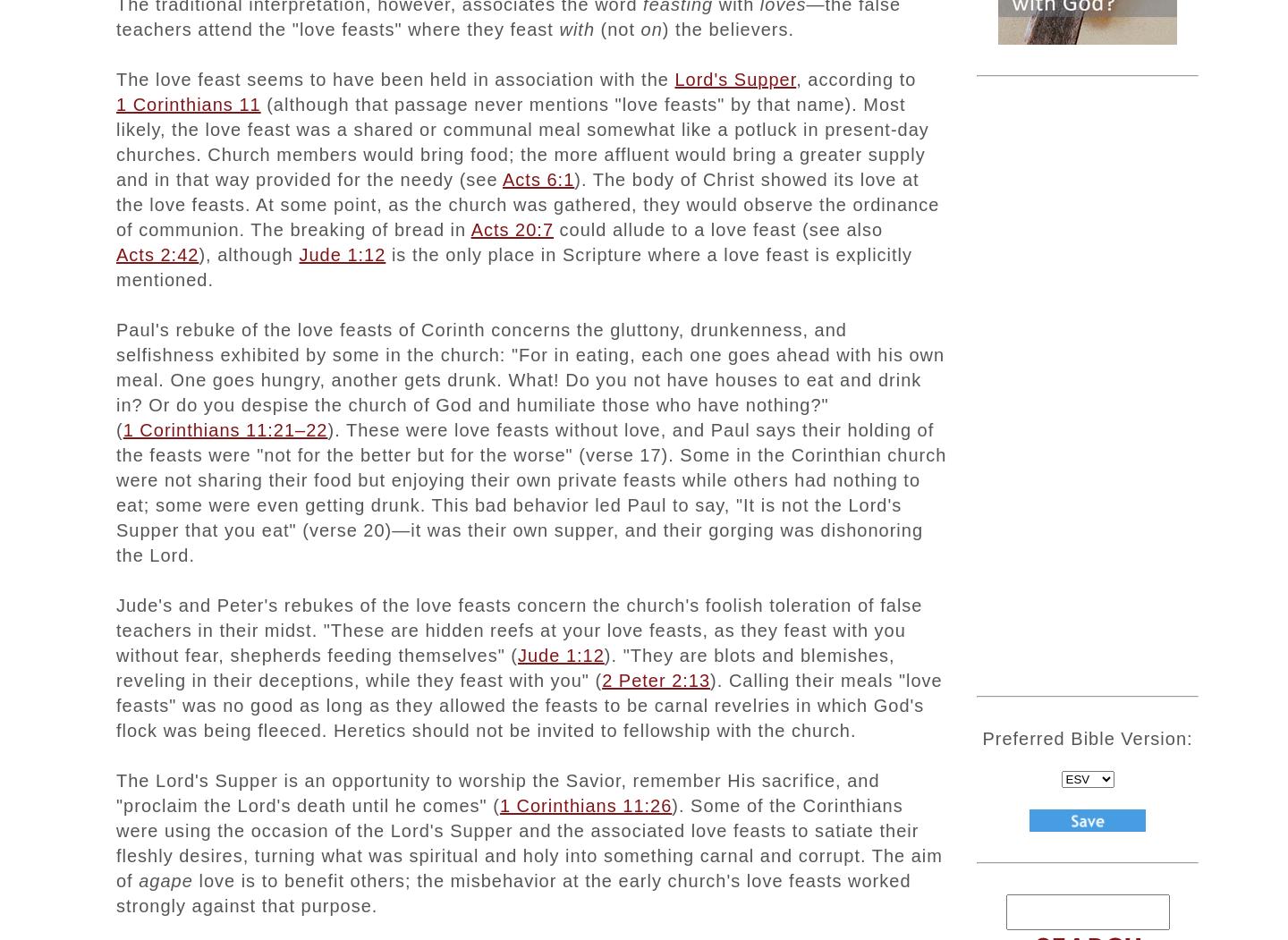  I want to click on ', according to', so click(856, 78).